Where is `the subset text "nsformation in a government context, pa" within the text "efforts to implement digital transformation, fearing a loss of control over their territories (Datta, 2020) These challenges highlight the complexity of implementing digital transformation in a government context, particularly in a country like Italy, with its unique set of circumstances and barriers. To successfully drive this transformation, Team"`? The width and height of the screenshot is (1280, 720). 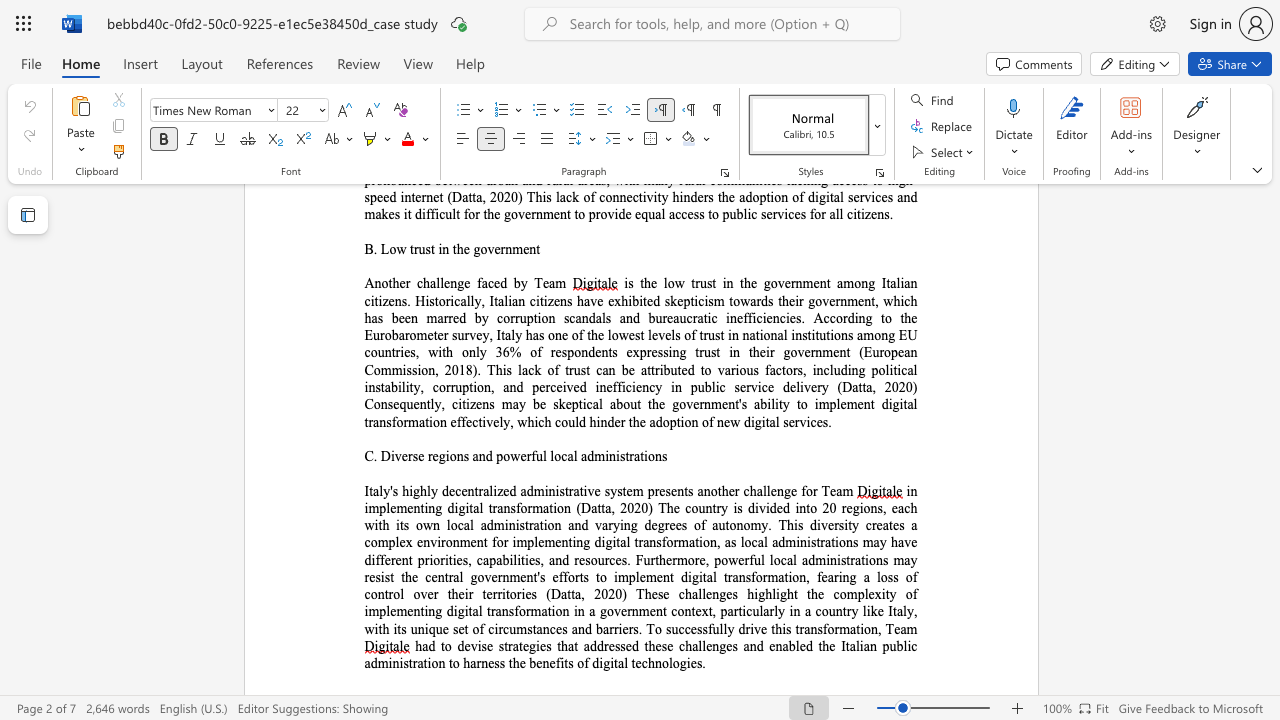
the subset text "nsformation in a government context, pa" within the text "efforts to implement digital transformation, fearing a loss of control over their territories (Datta, 2020) These challenges highlight the complexity of implementing digital transformation in a government context, particularly in a country like Italy, with its unique set of circumstances and barriers. To successfully drive this transformation, Team" is located at coordinates (501, 610).